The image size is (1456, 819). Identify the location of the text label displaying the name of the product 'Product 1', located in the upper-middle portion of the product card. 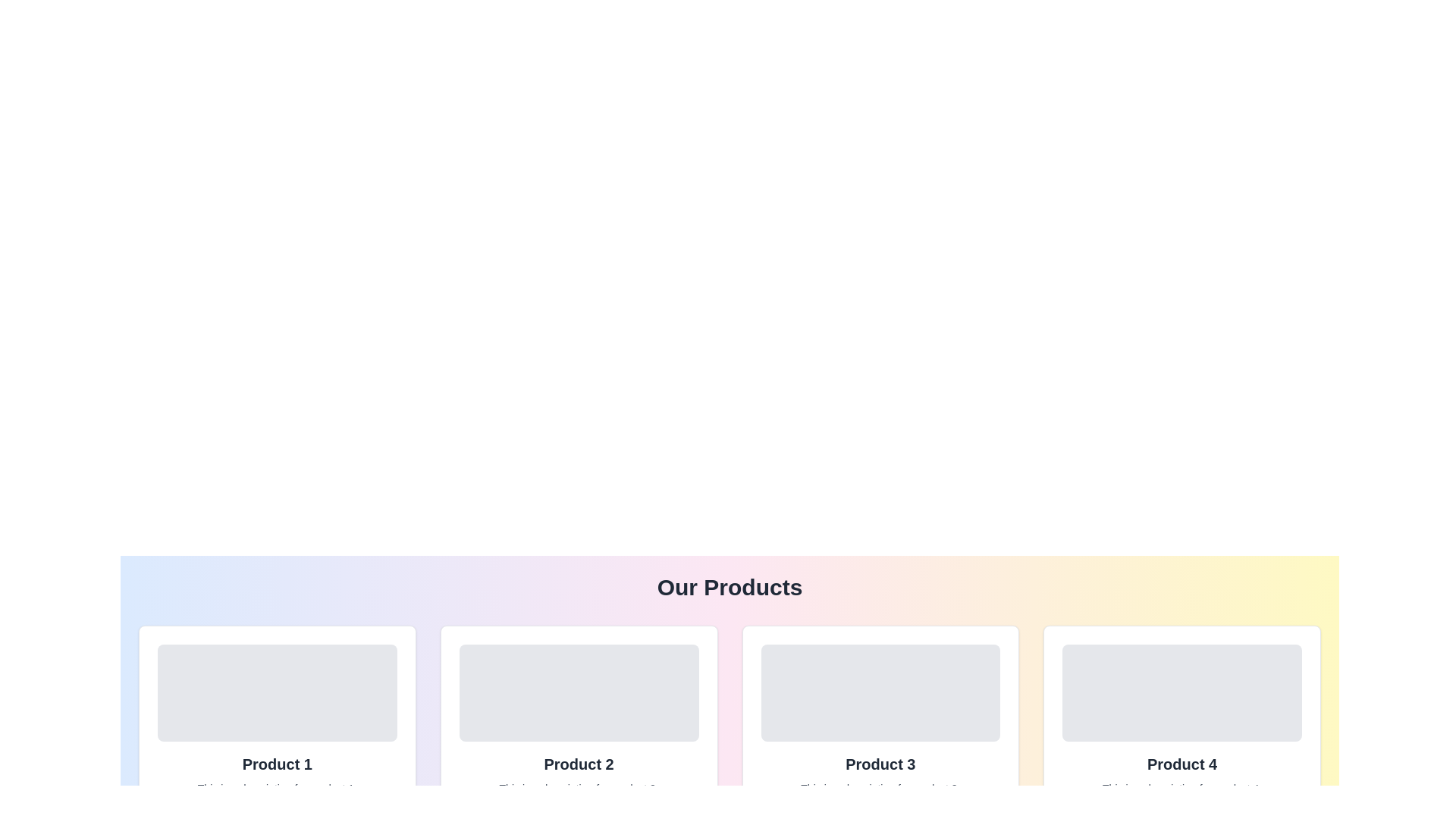
(277, 764).